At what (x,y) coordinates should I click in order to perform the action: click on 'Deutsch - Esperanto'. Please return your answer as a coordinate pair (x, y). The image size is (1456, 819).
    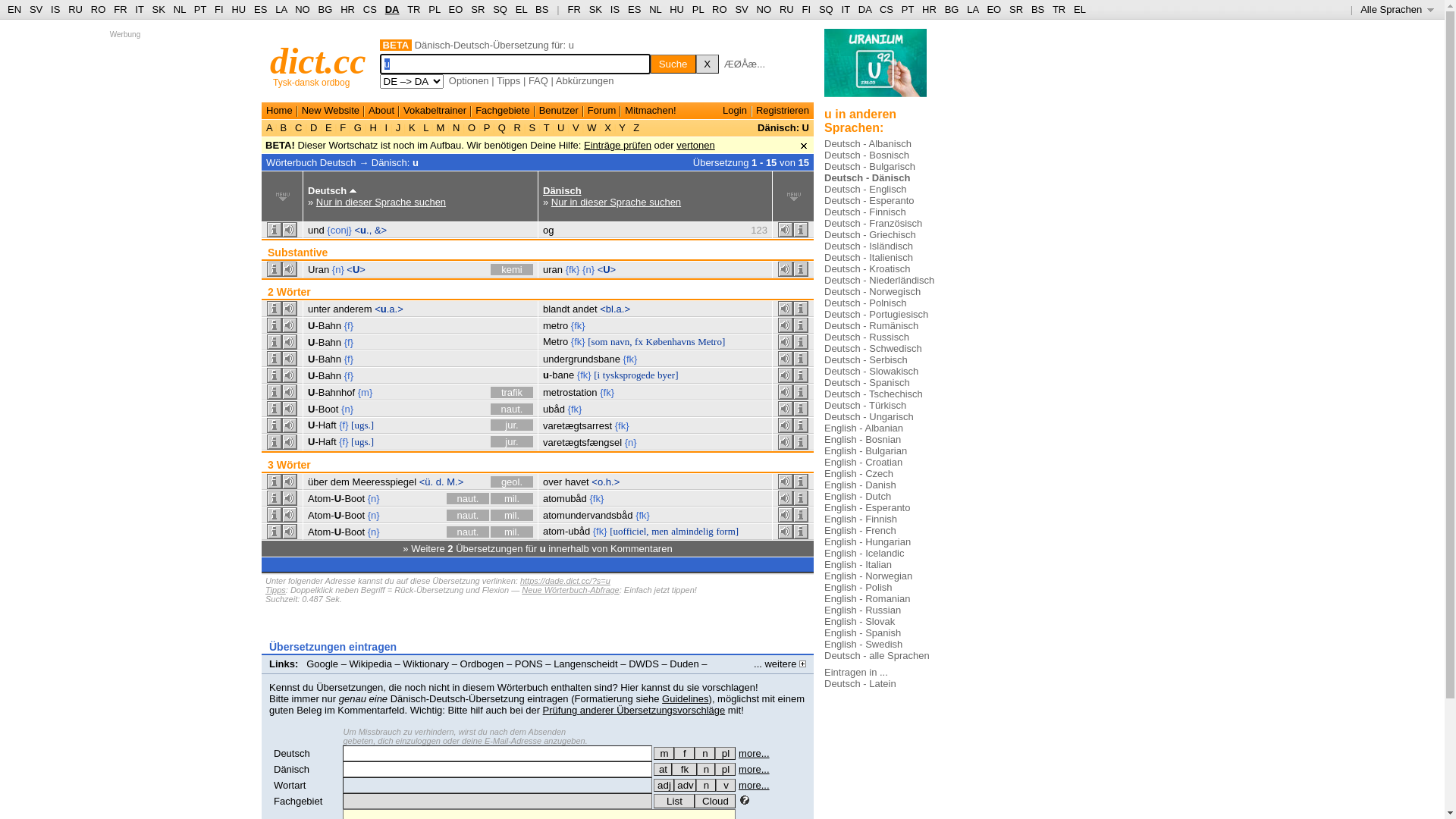
    Looking at the image, I should click on (869, 199).